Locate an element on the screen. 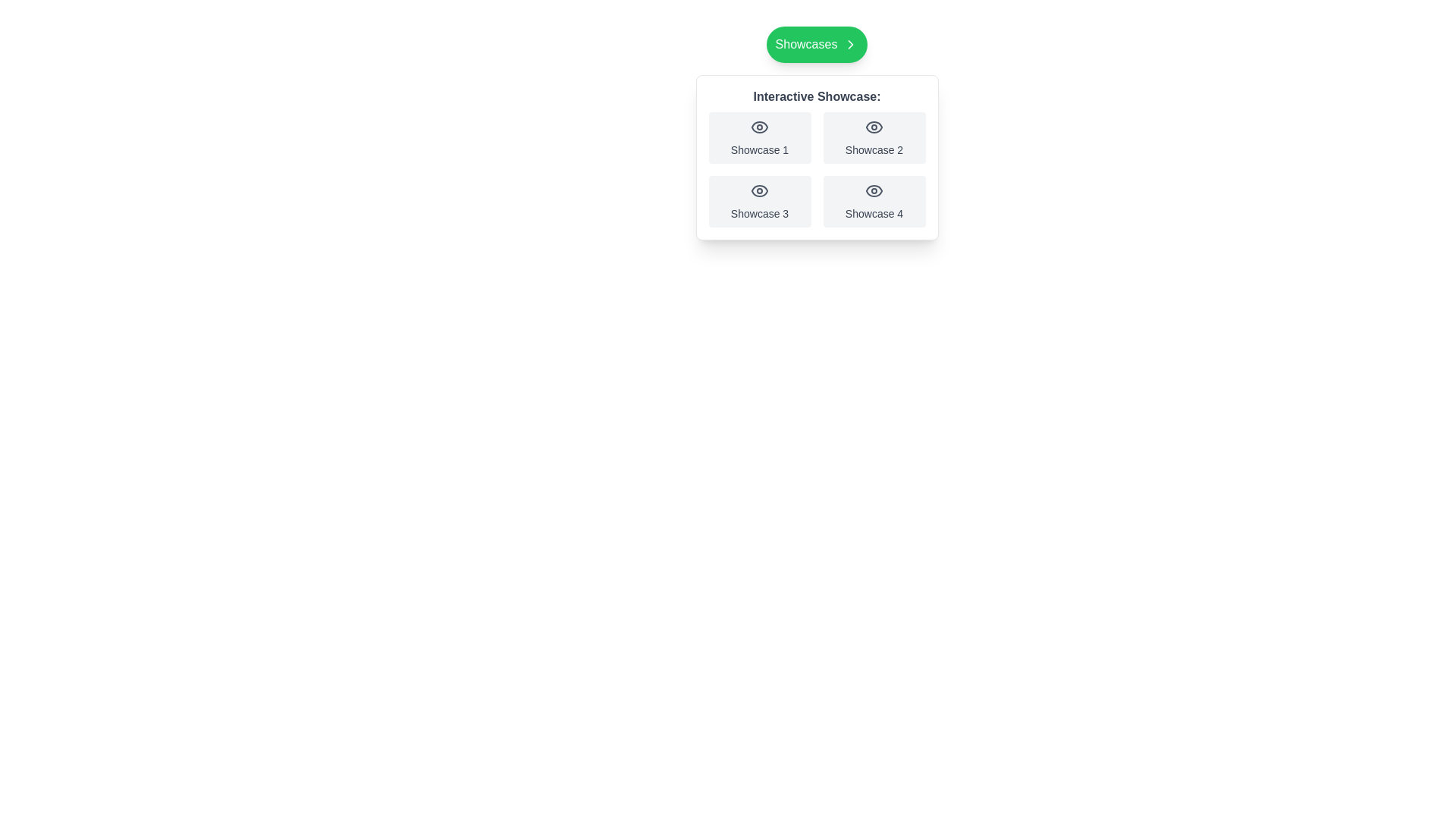 The height and width of the screenshot is (819, 1456). the text label displaying 'Showcase 2', which is styled in a small gray font and positioned beneath an eye icon in the top-right cell of the grid under 'Interactive Showcase' is located at coordinates (874, 149).